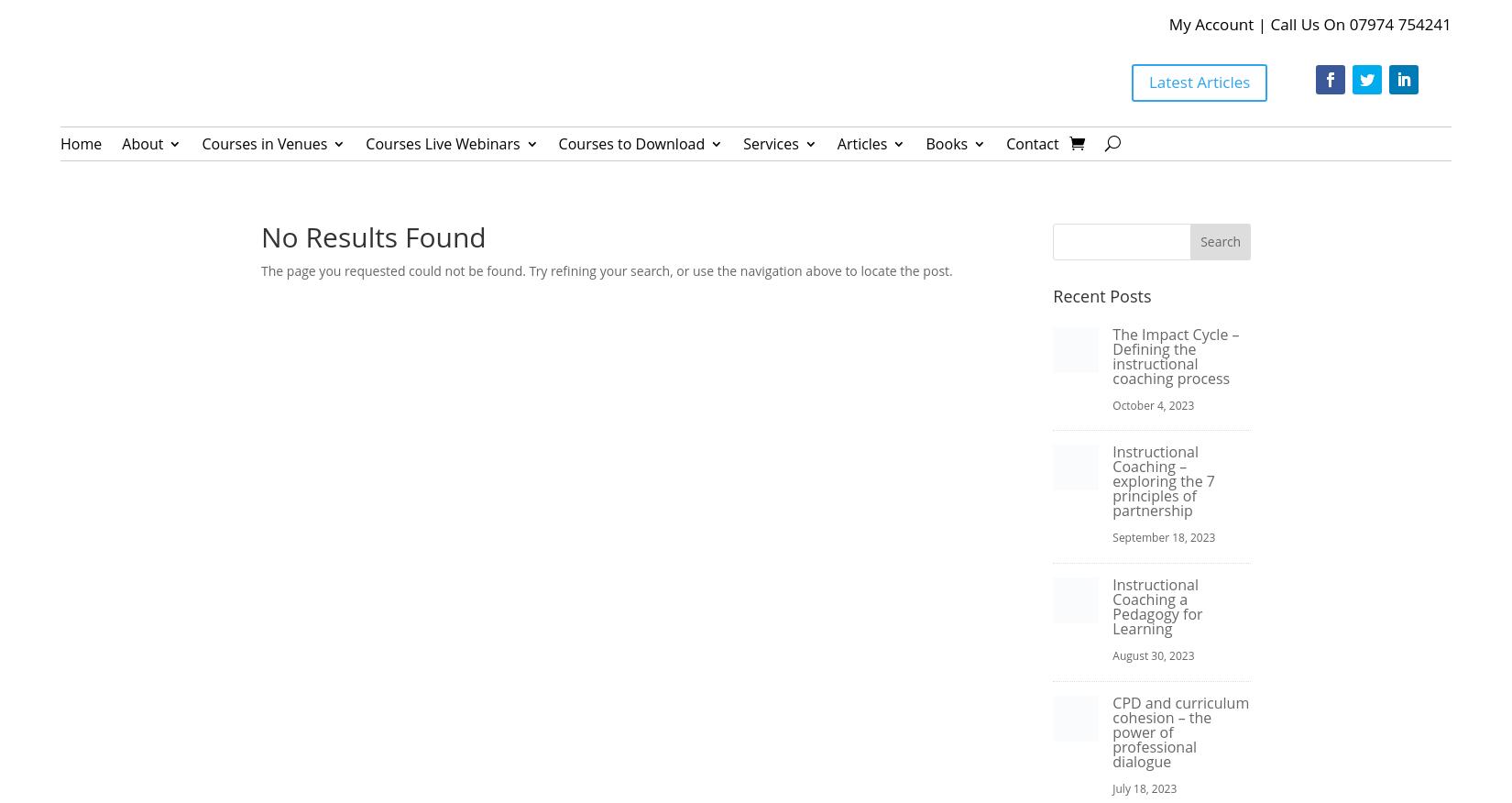 This screenshot has width=1512, height=803. What do you see at coordinates (433, 379) in the screenshot?
I see `'Certificated Programmes'` at bounding box center [433, 379].